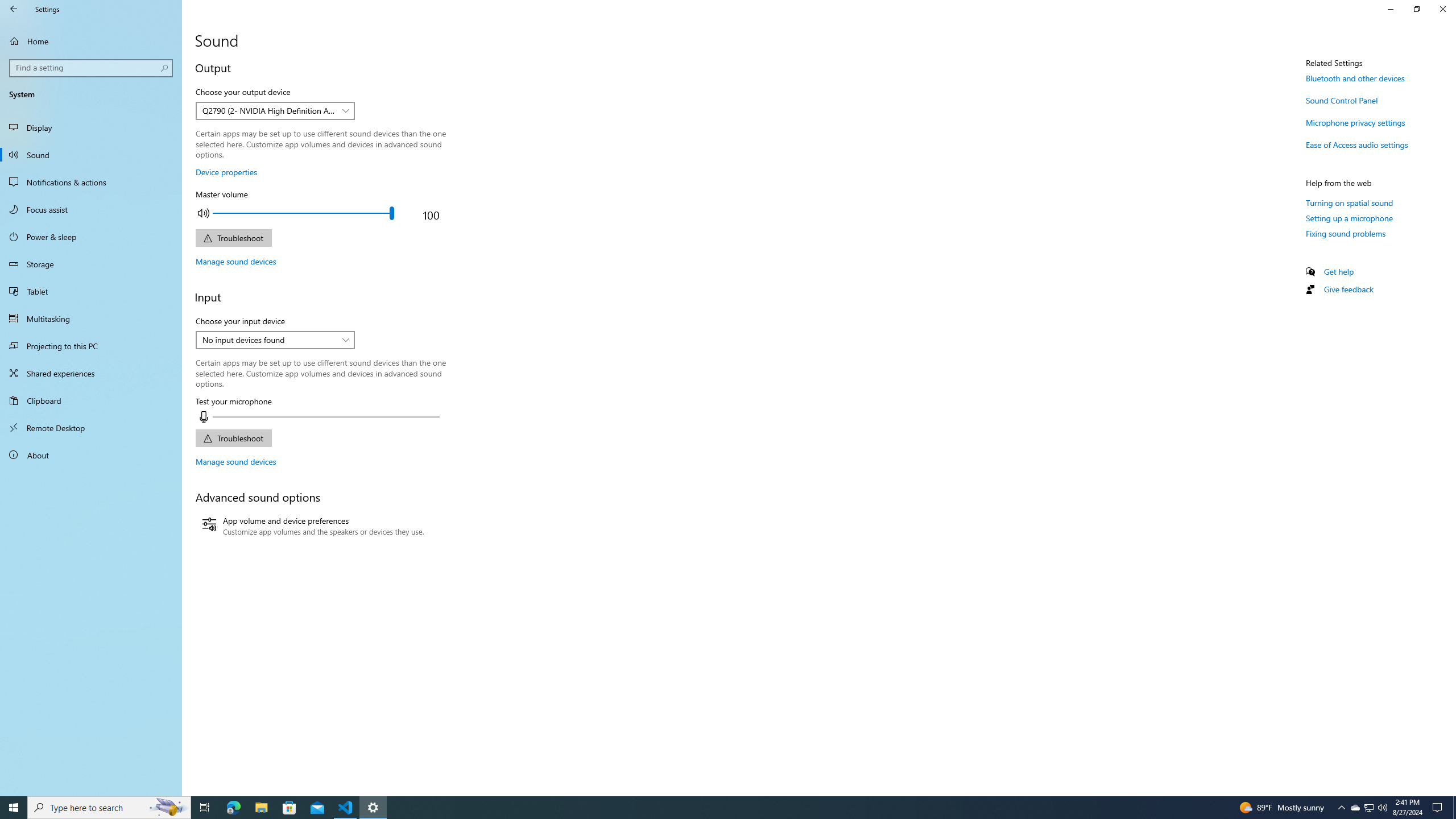 The width and height of the screenshot is (1456, 819). Describe the element at coordinates (313, 526) in the screenshot. I see `'App volume and device preferences'` at that location.